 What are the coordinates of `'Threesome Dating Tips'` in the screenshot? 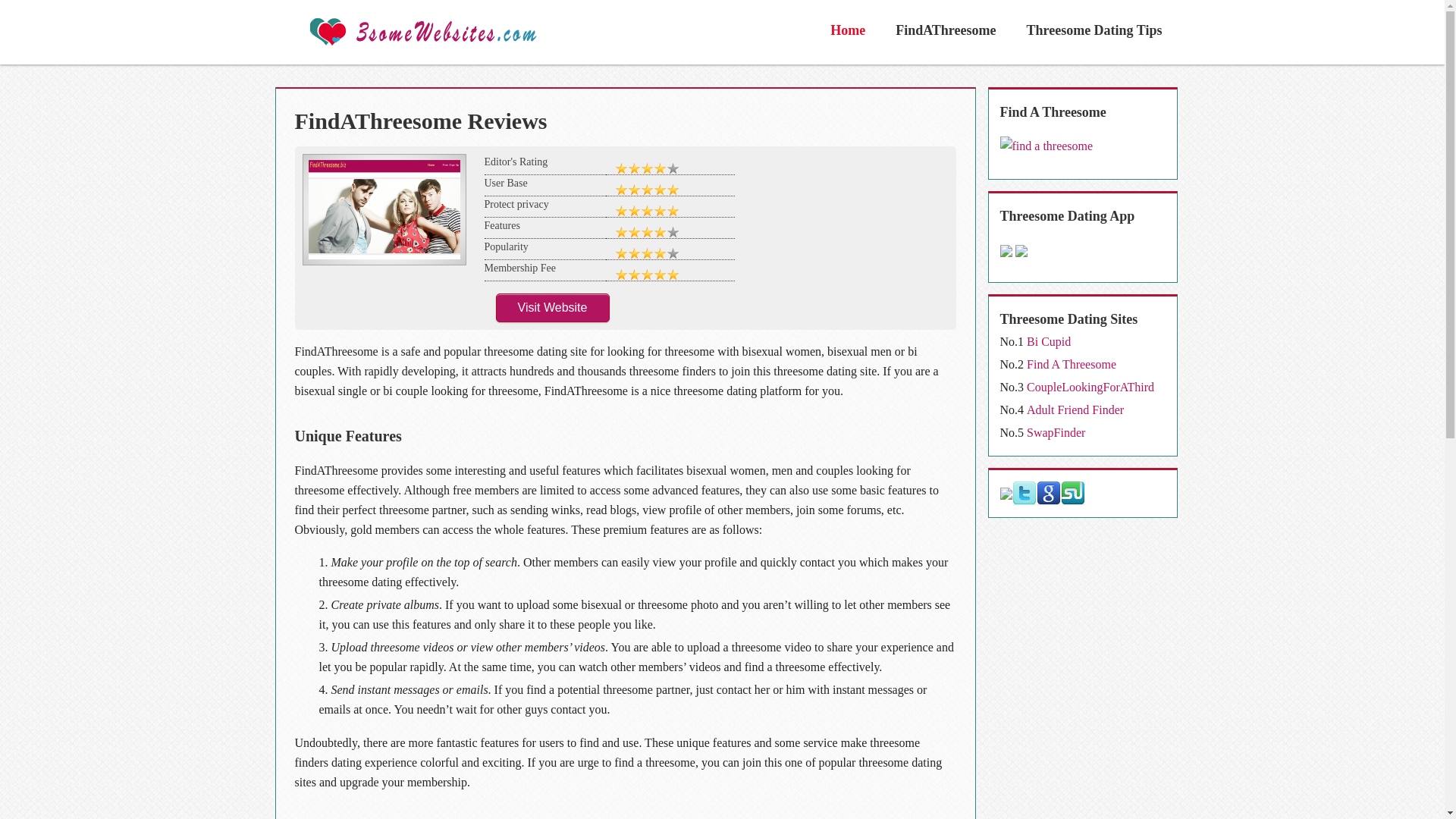 It's located at (1015, 30).